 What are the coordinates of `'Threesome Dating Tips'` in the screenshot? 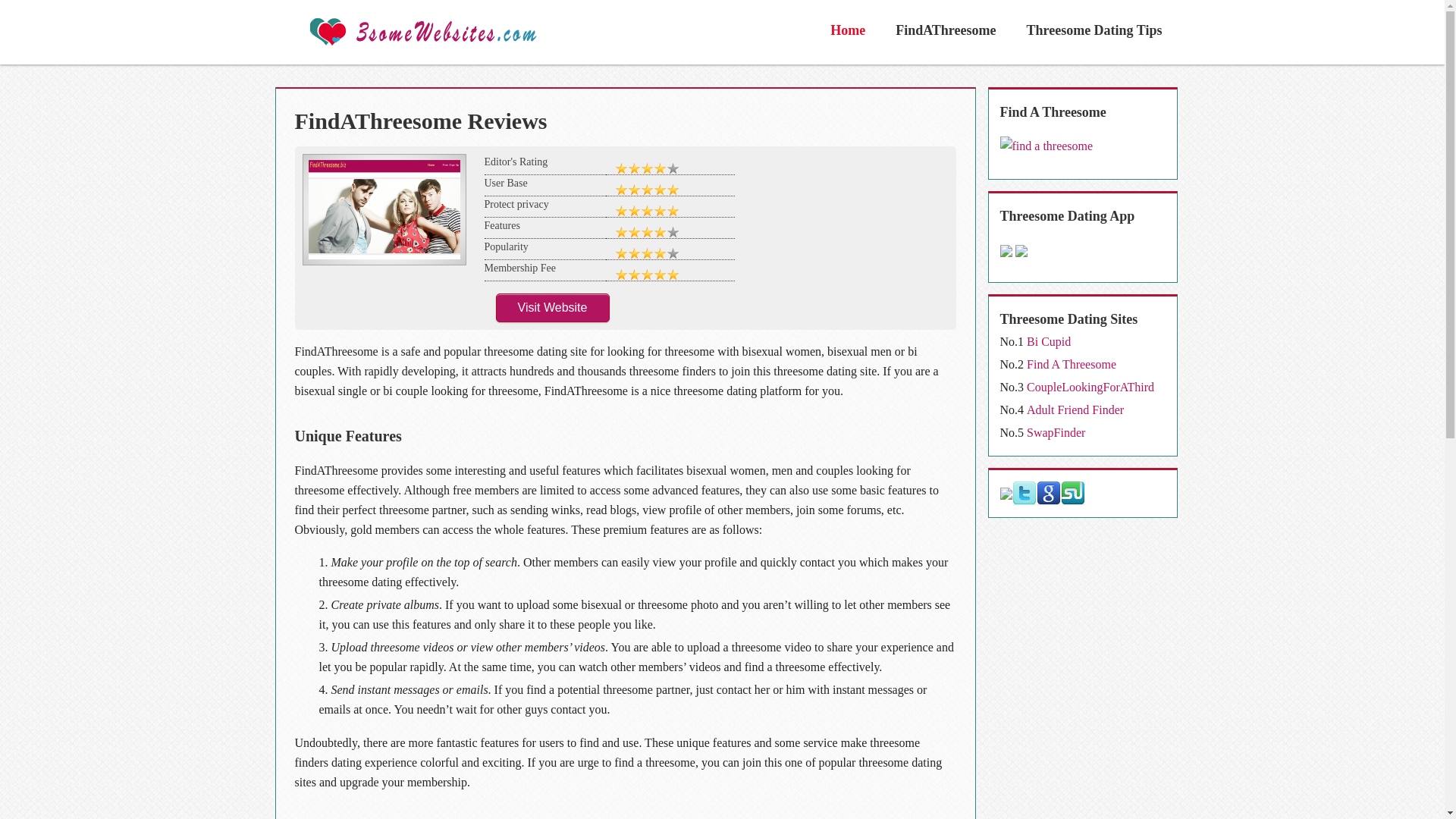 It's located at (1015, 30).